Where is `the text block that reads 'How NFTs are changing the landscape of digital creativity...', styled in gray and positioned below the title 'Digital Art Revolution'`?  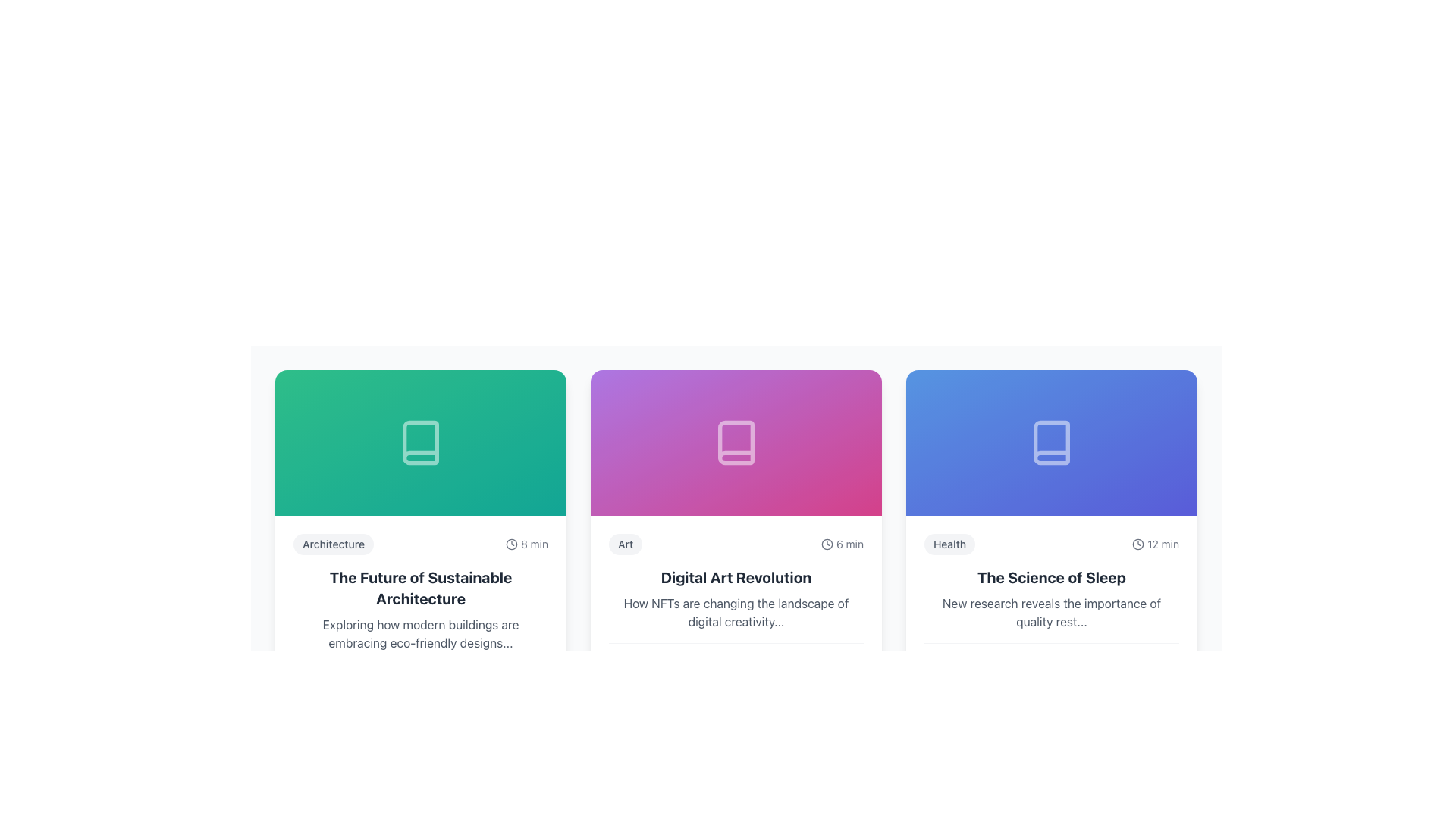
the text block that reads 'How NFTs are changing the landscape of digital creativity...', styled in gray and positioned below the title 'Digital Art Revolution' is located at coordinates (736, 611).